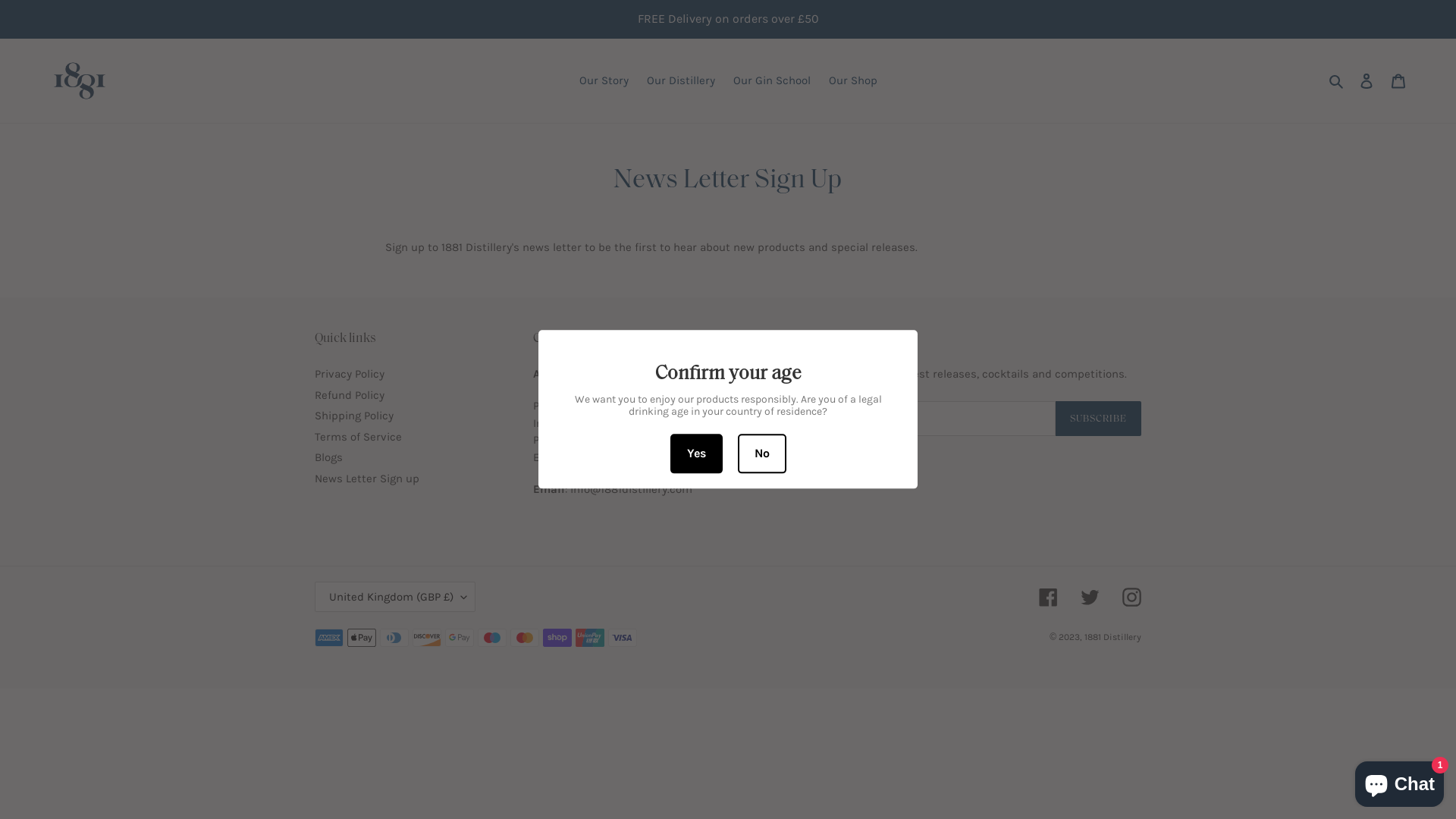 The height and width of the screenshot is (819, 1456). What do you see at coordinates (1366, 80) in the screenshot?
I see `'Log in'` at bounding box center [1366, 80].